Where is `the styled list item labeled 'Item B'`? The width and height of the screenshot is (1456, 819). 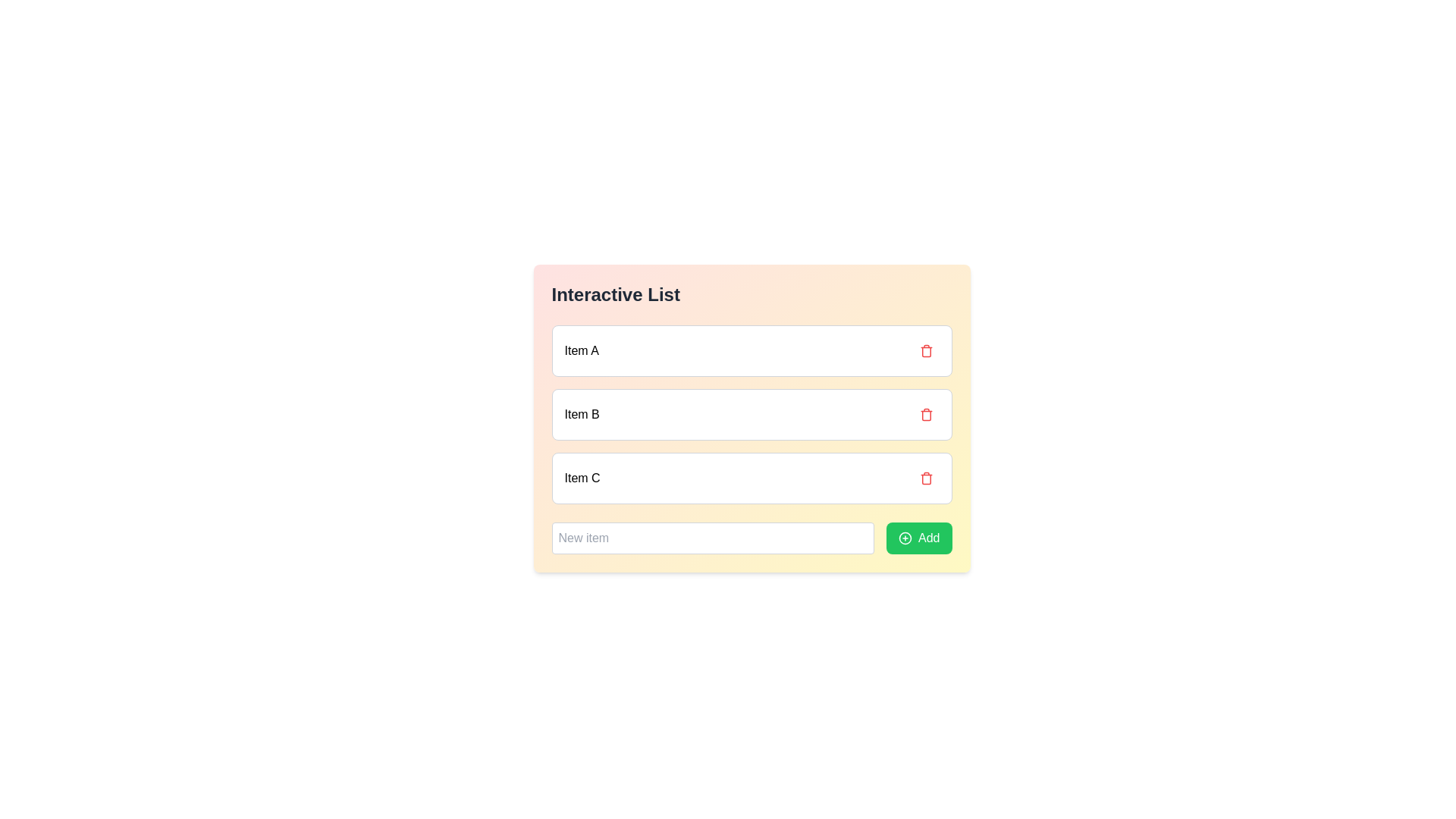
the styled list item labeled 'Item B' is located at coordinates (752, 418).